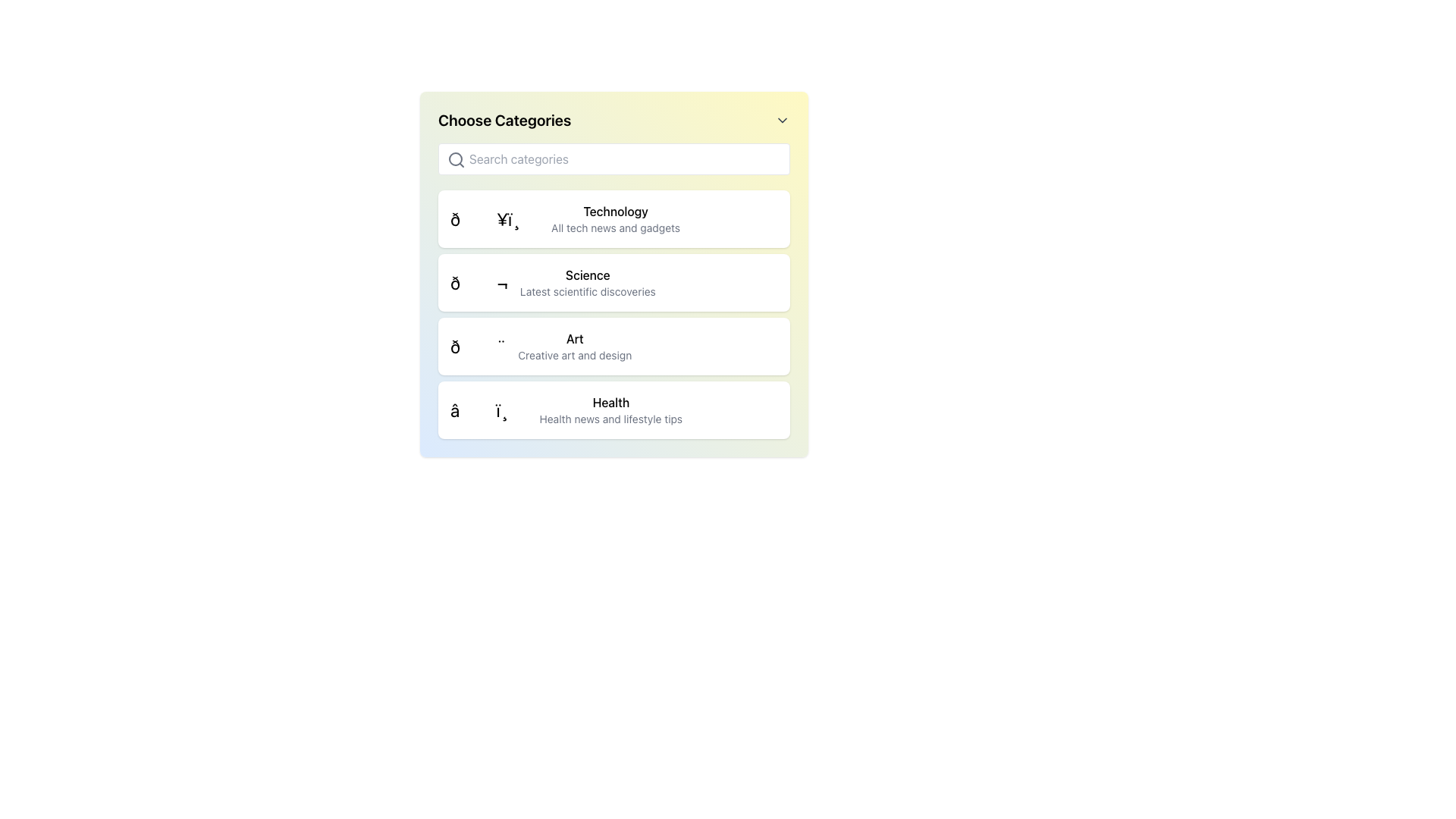 This screenshot has height=819, width=1456. What do you see at coordinates (616, 227) in the screenshot?
I see `the text label that reads 'All tech news and gadgets', which is styled with a smaller font size and lighter gray color, positioned beneath the bold 'Technology' text in the vertical list` at bounding box center [616, 227].